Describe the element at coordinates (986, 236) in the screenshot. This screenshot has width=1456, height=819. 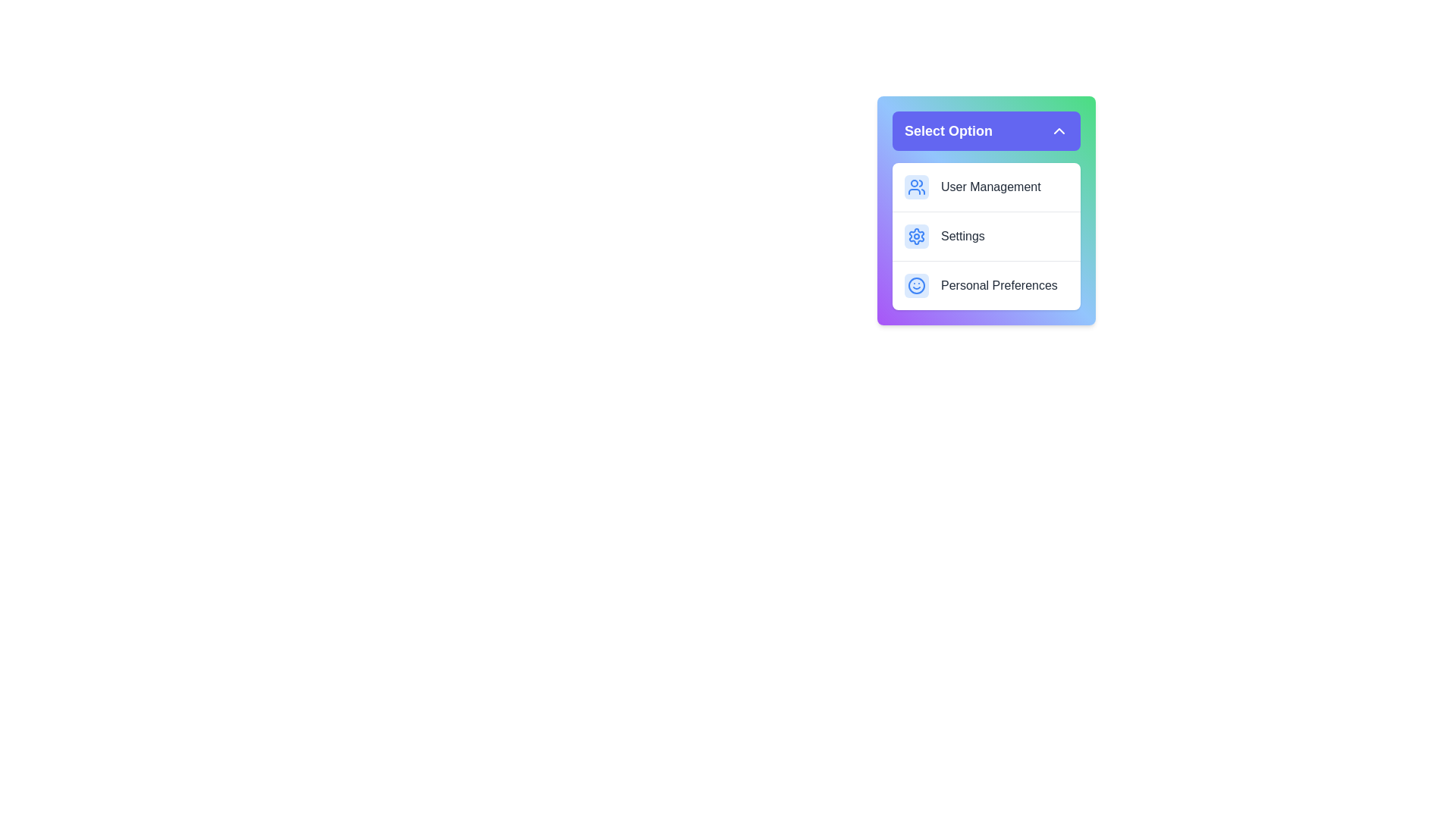
I see `the 'Settings' button` at that location.